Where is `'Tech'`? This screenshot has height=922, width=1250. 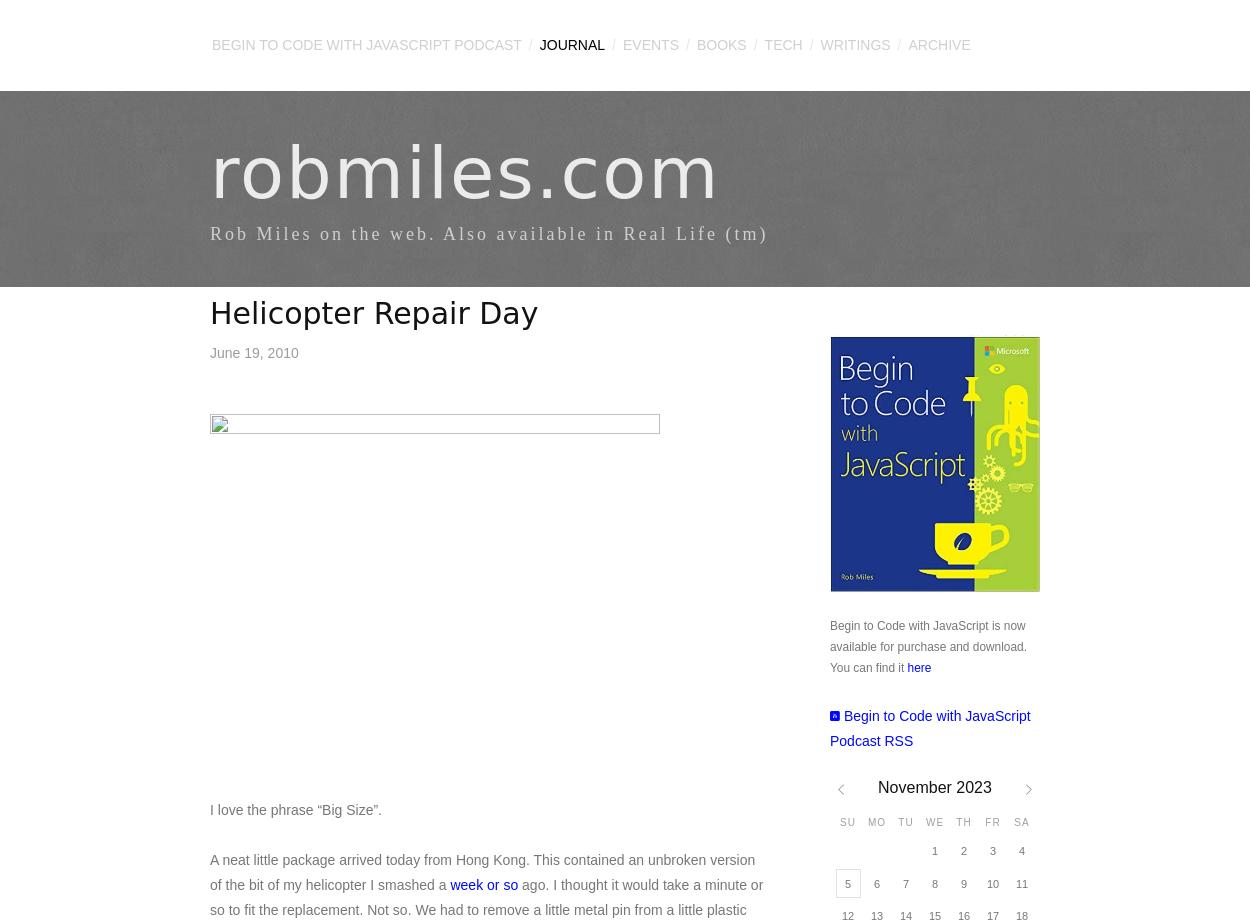
'Tech' is located at coordinates (764, 44).